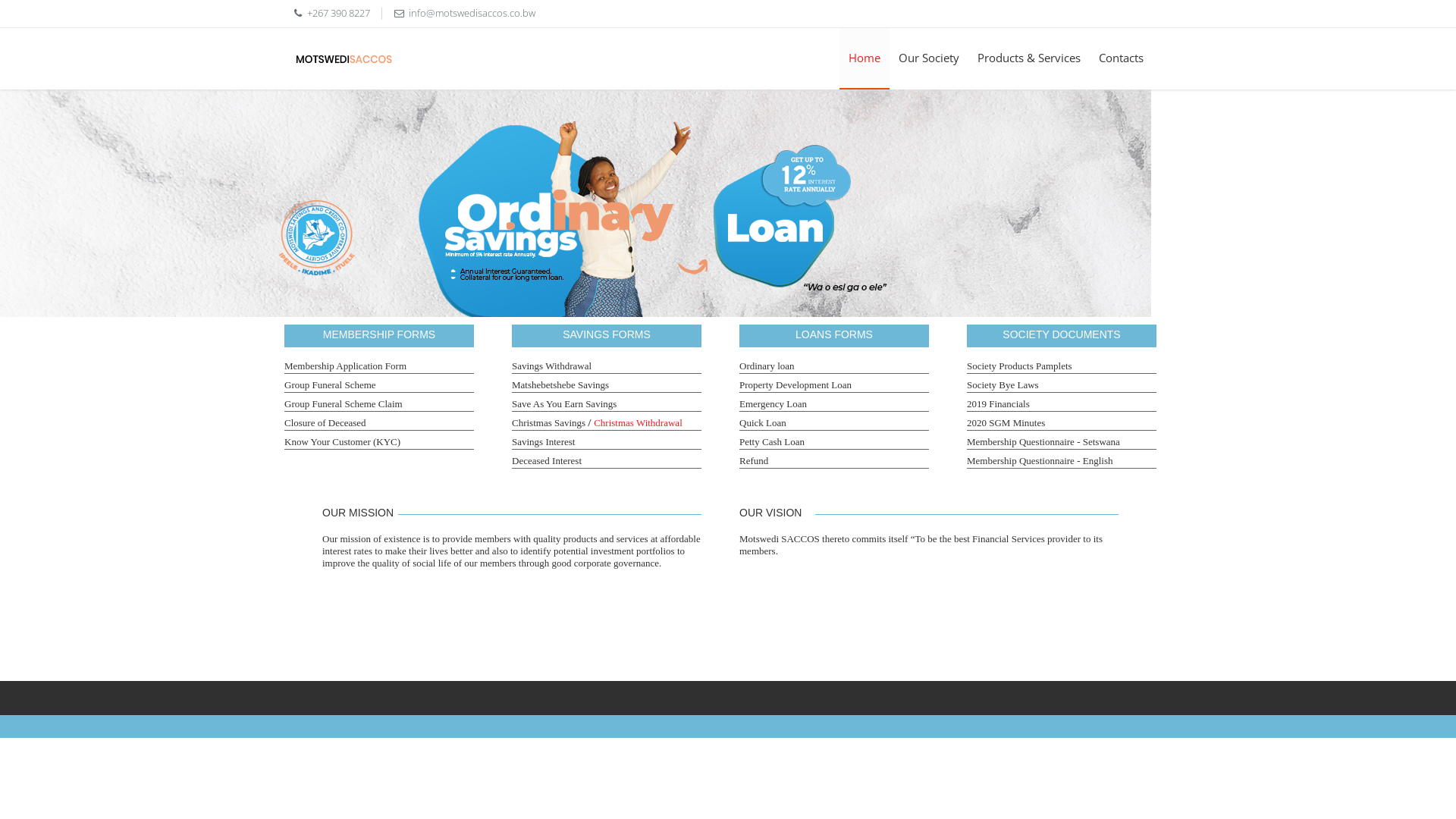 Image resolution: width=1456 pixels, height=819 pixels. What do you see at coordinates (927, 57) in the screenshot?
I see `'Our Society'` at bounding box center [927, 57].